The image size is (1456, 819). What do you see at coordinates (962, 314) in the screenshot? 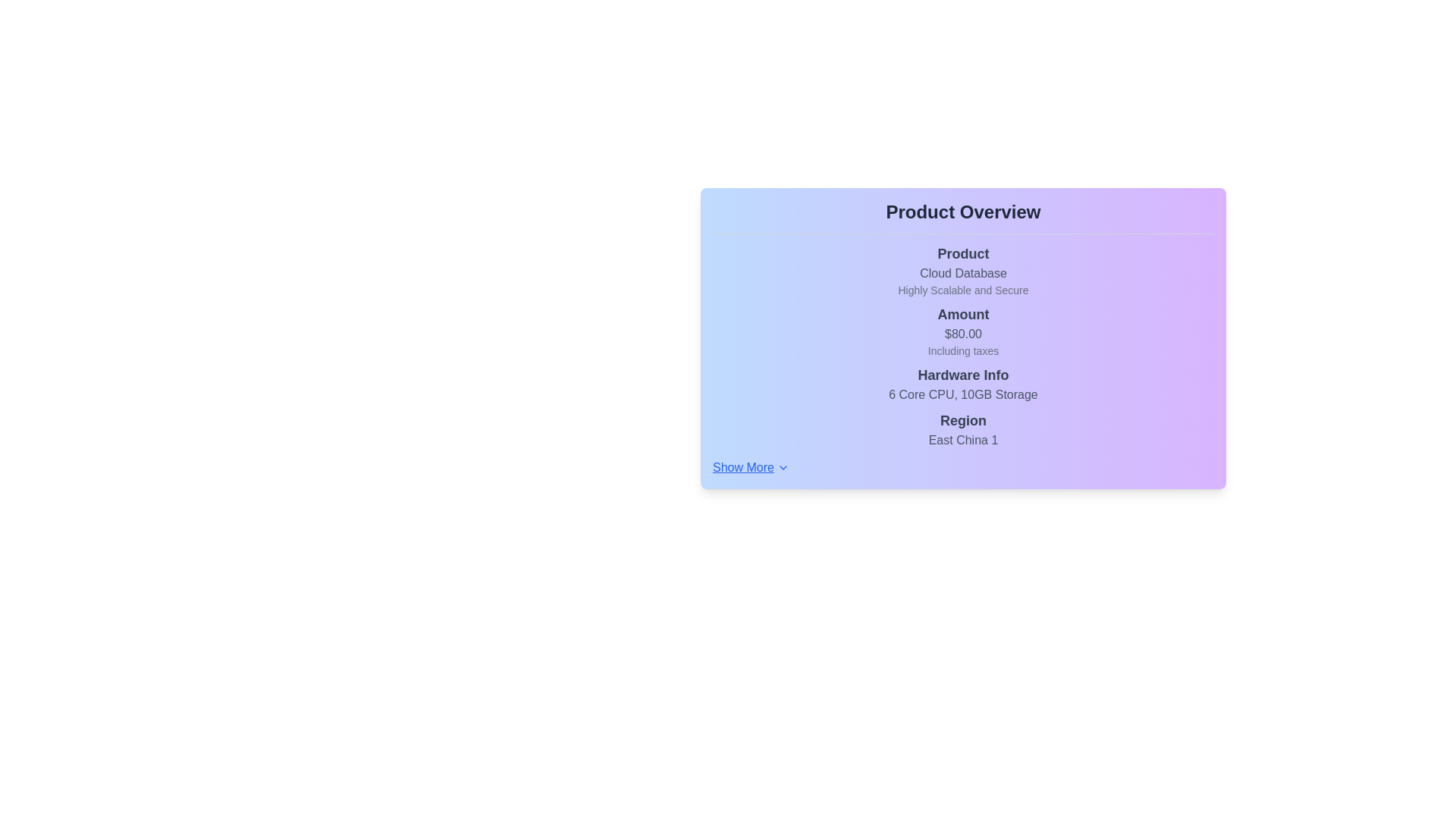
I see `the Text Label that serves as a title for the amount-related details in the 'Product Overview' summary card, positioned under the 'Product' section` at bounding box center [962, 314].